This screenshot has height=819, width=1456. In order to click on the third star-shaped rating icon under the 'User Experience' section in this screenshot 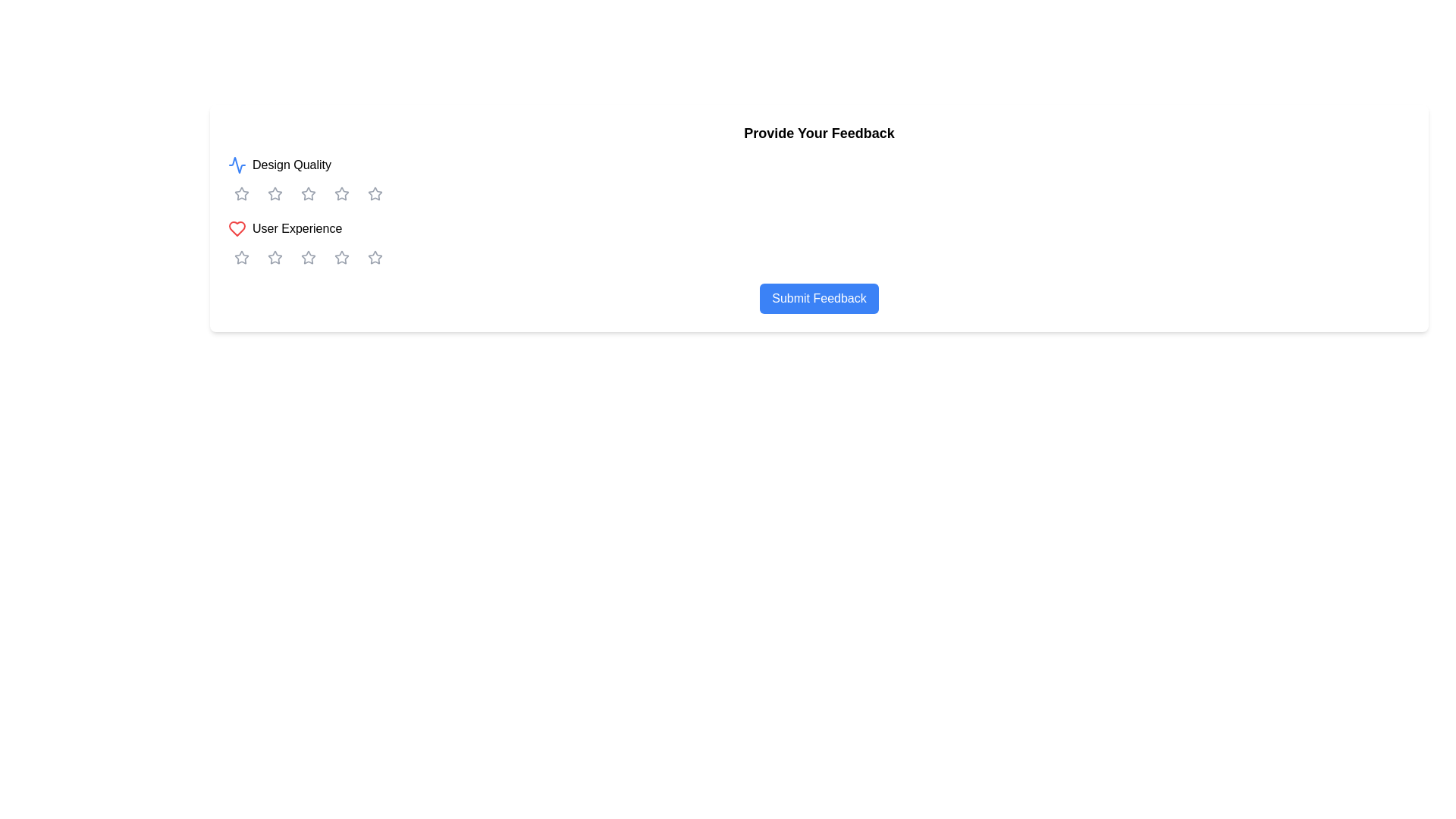, I will do `click(308, 256)`.